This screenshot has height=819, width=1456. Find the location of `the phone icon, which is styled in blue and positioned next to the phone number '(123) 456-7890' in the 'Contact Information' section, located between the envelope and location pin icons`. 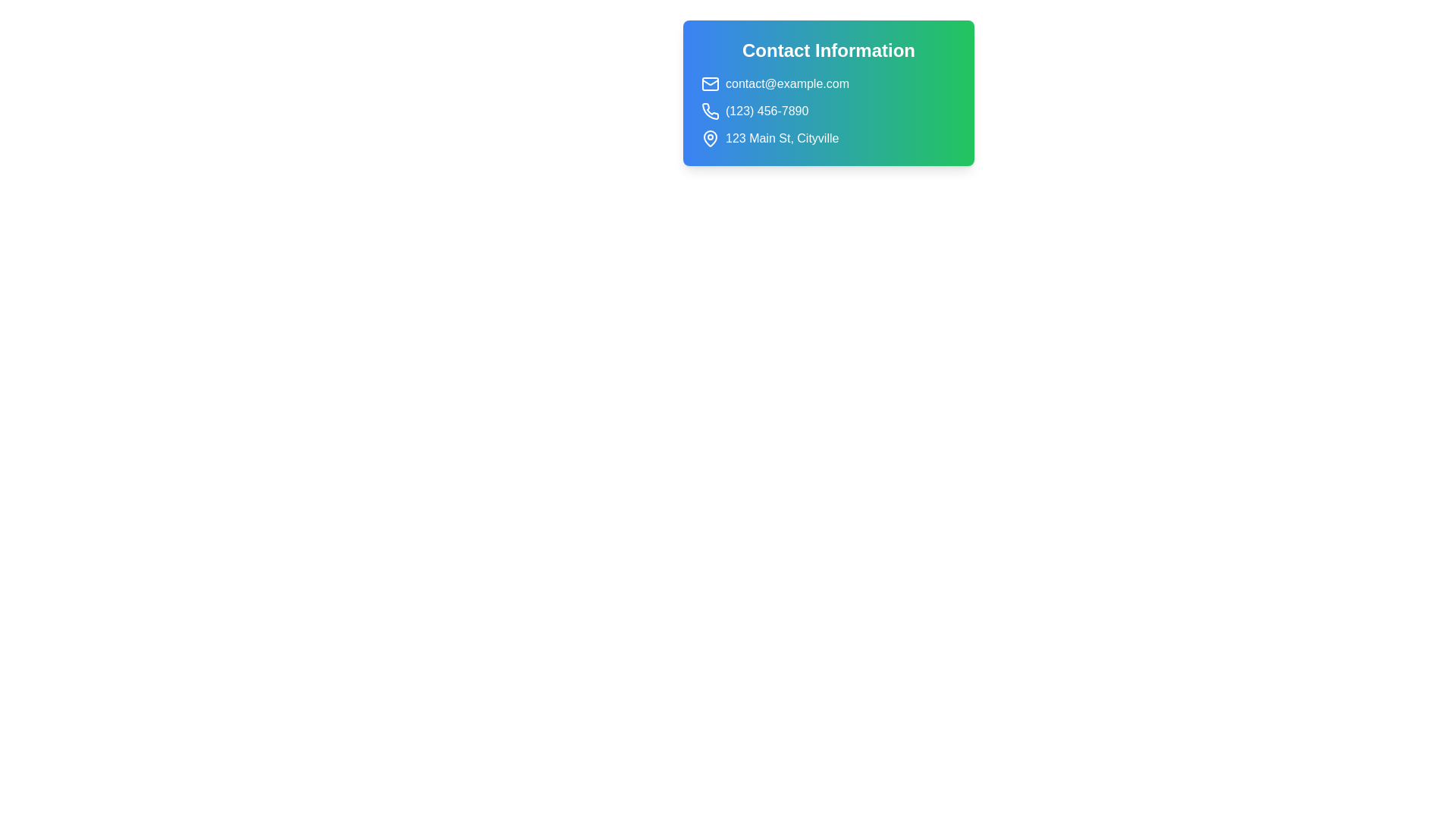

the phone icon, which is styled in blue and positioned next to the phone number '(123) 456-7890' in the 'Contact Information' section, located between the envelope and location pin icons is located at coordinates (710, 110).